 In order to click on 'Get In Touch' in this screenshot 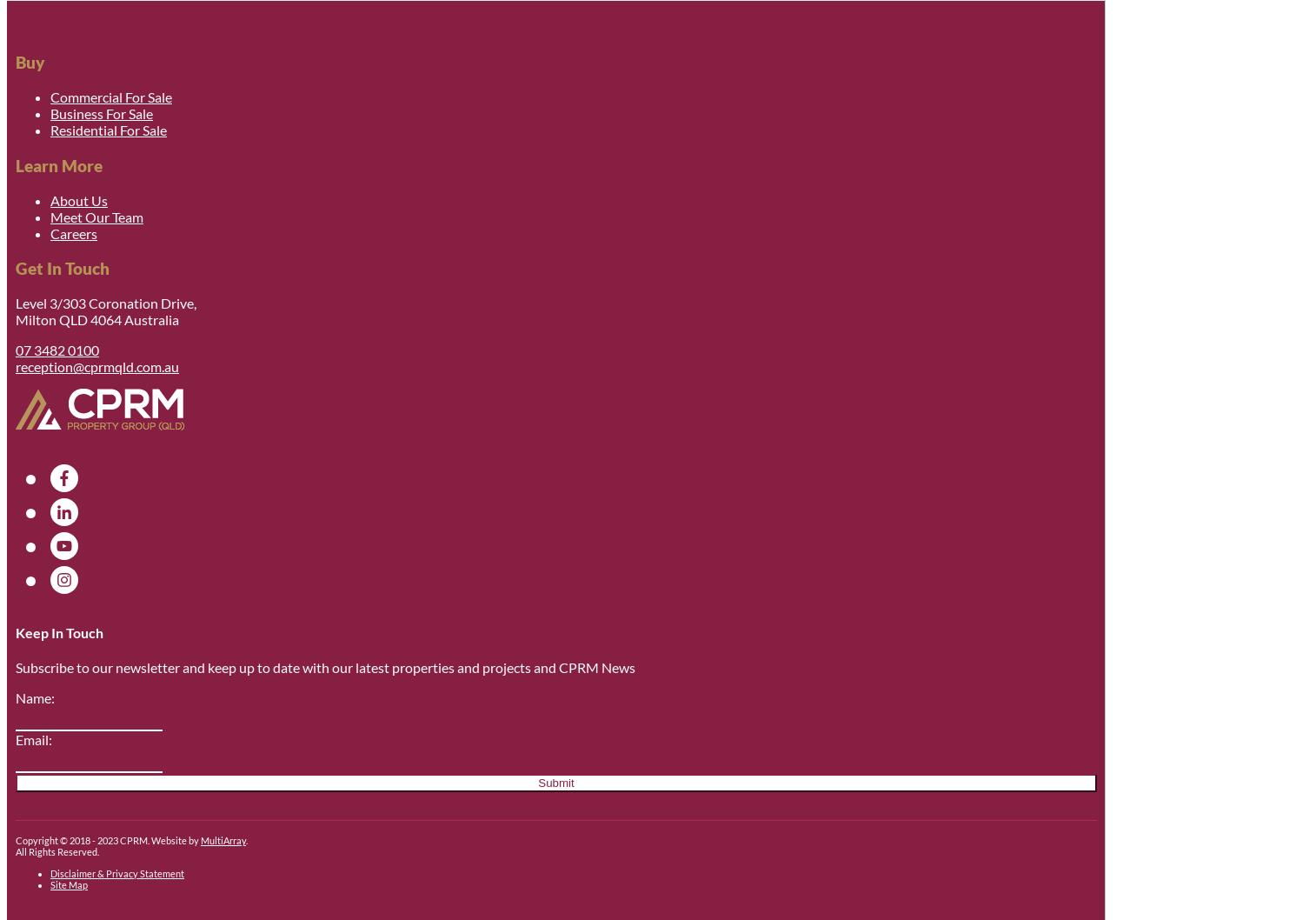, I will do `click(62, 266)`.